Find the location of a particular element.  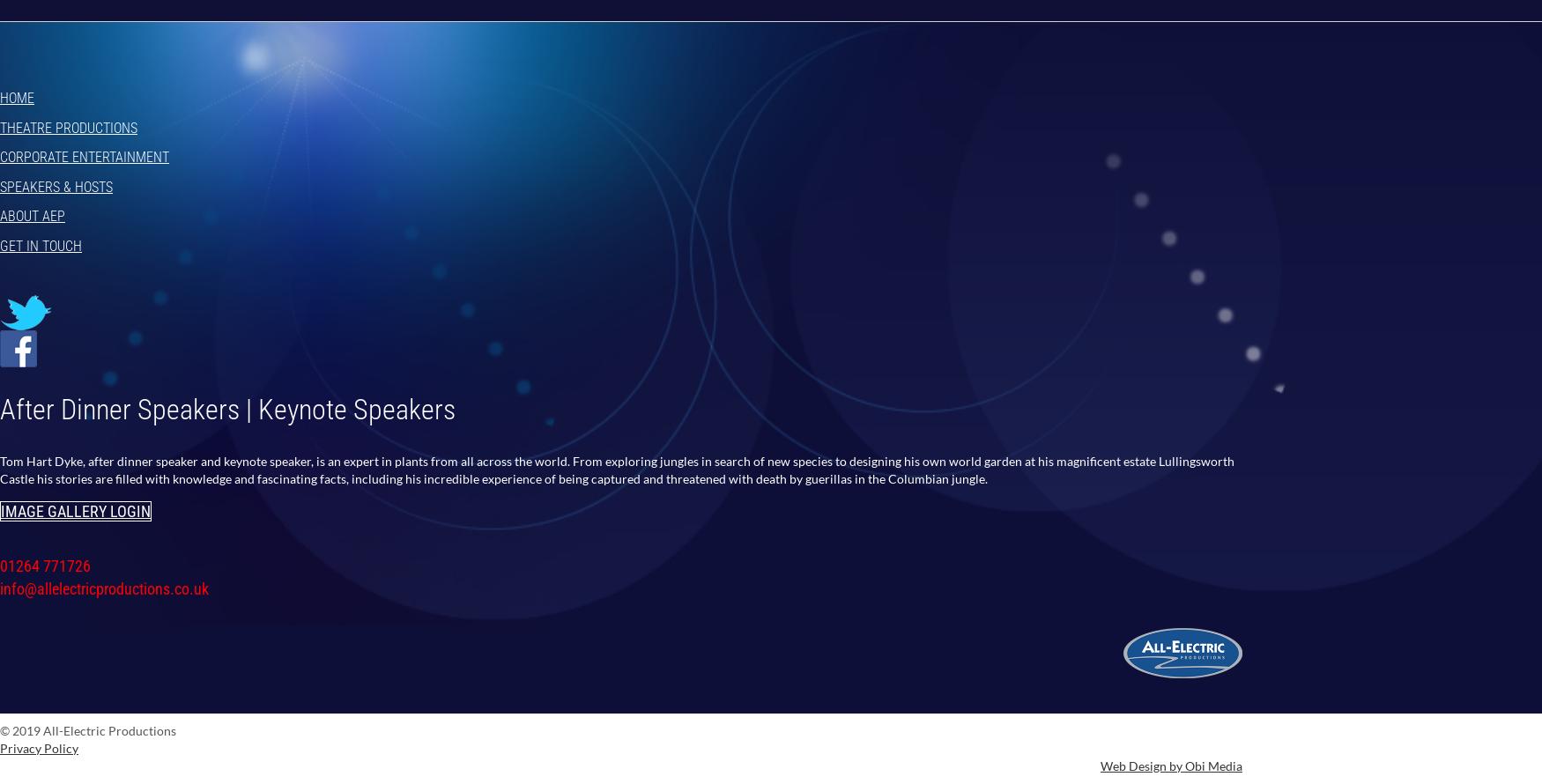

'Corporate Entertainment' is located at coordinates (85, 157).